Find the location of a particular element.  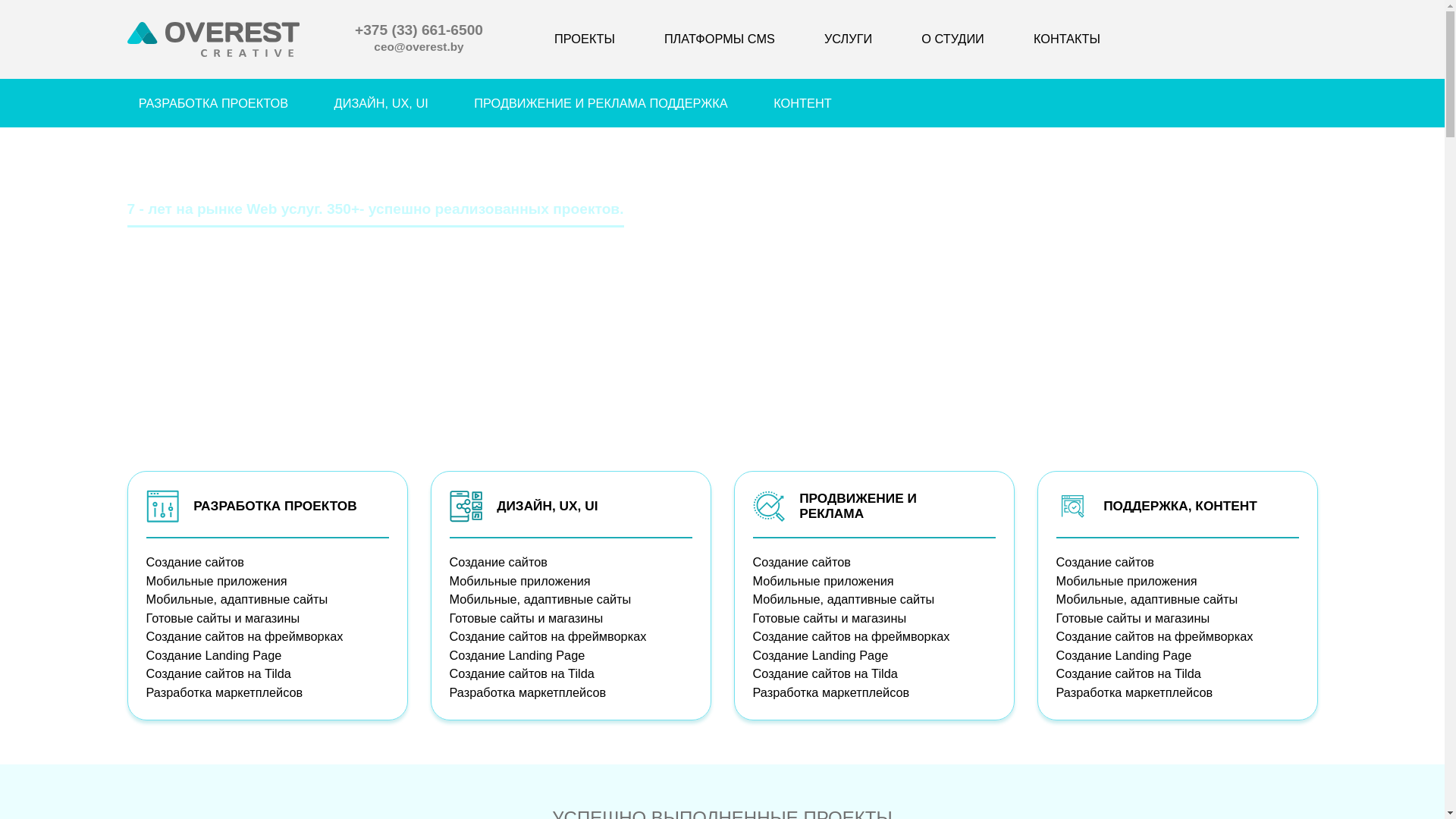

'ceo@overest.by' is located at coordinates (374, 48).